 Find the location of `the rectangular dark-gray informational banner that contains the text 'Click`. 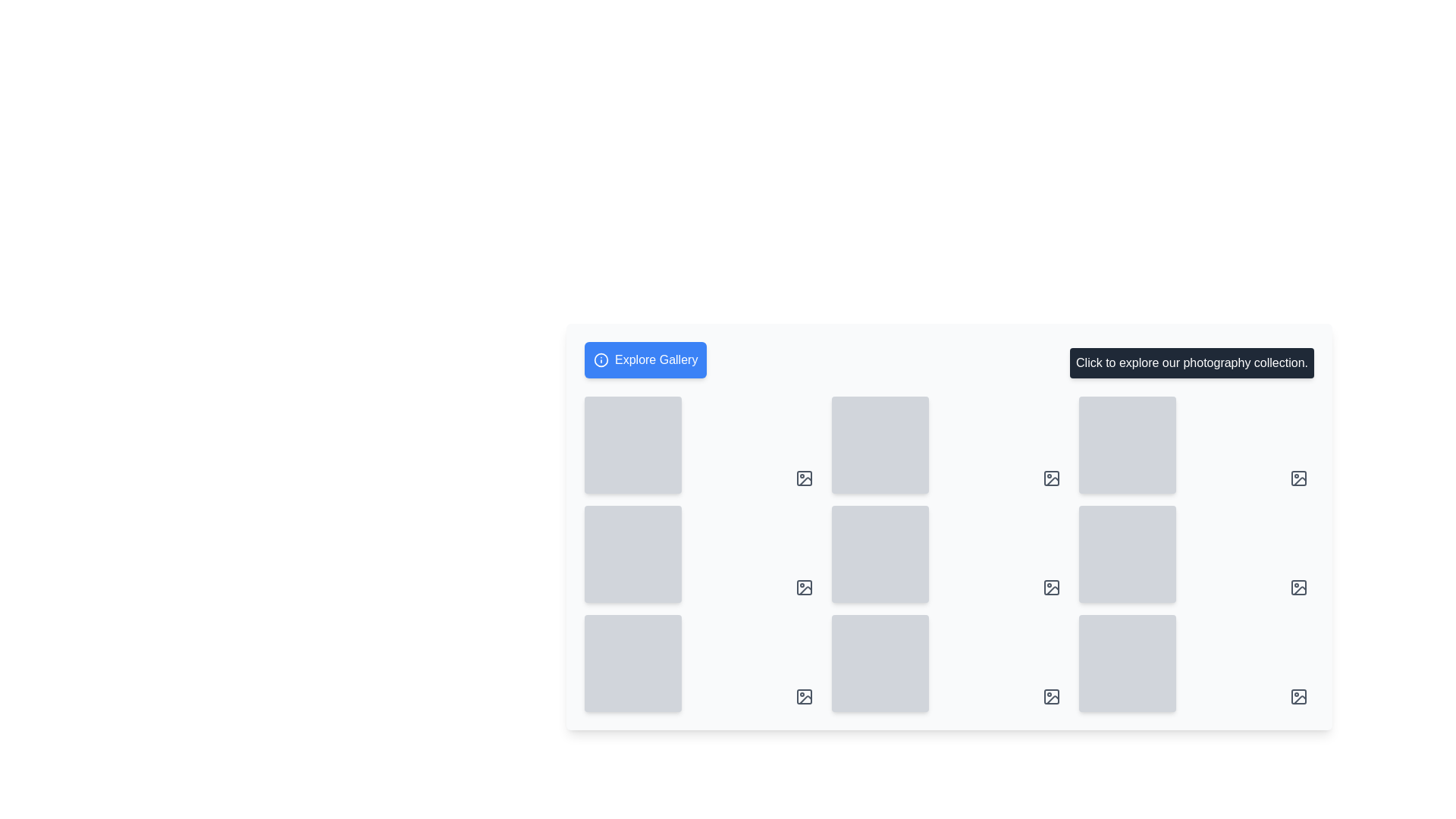

the rectangular dark-gray informational banner that contains the text 'Click is located at coordinates (1191, 362).